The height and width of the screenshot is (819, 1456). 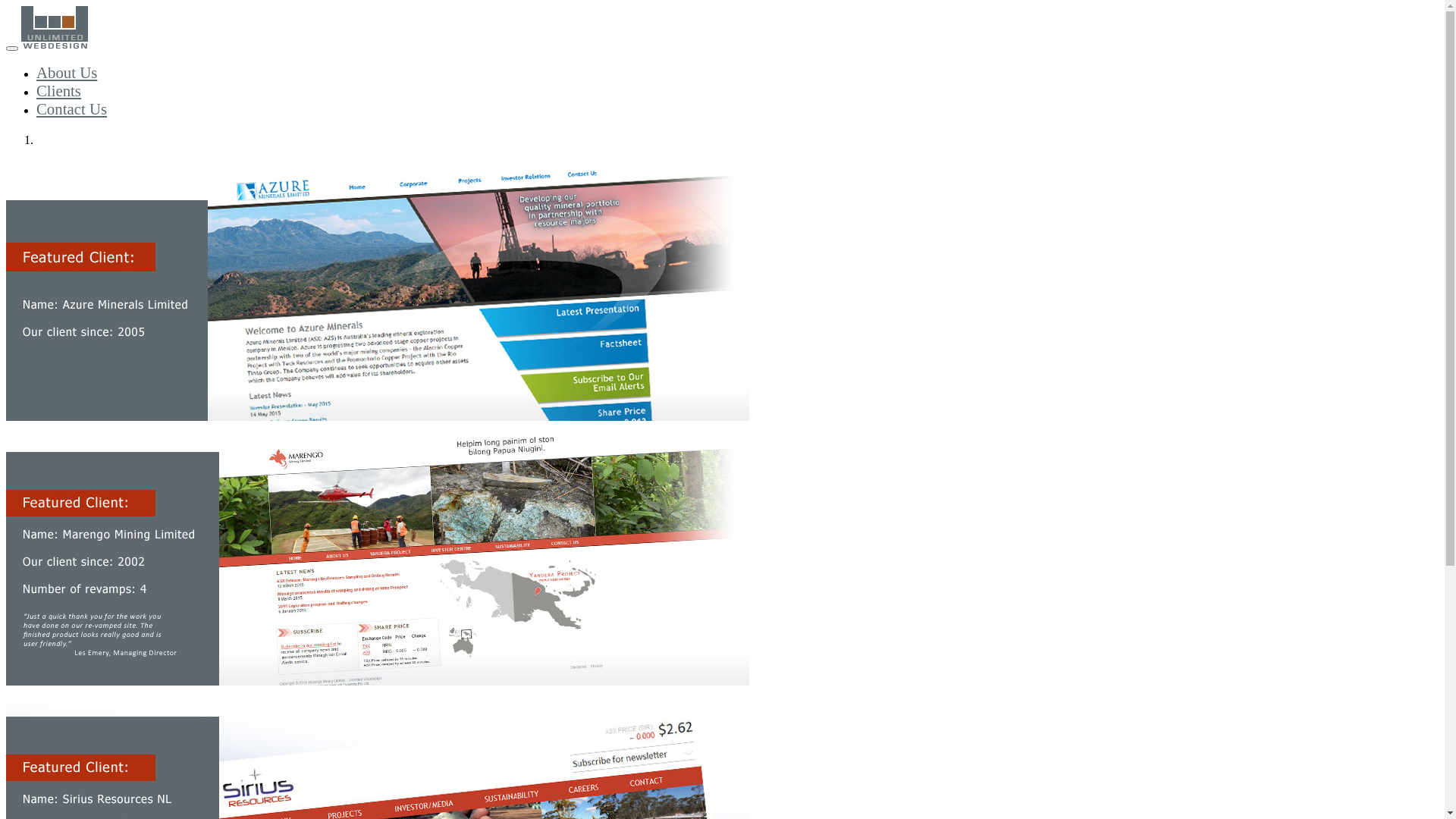 I want to click on 'About Us', so click(x=65, y=72).